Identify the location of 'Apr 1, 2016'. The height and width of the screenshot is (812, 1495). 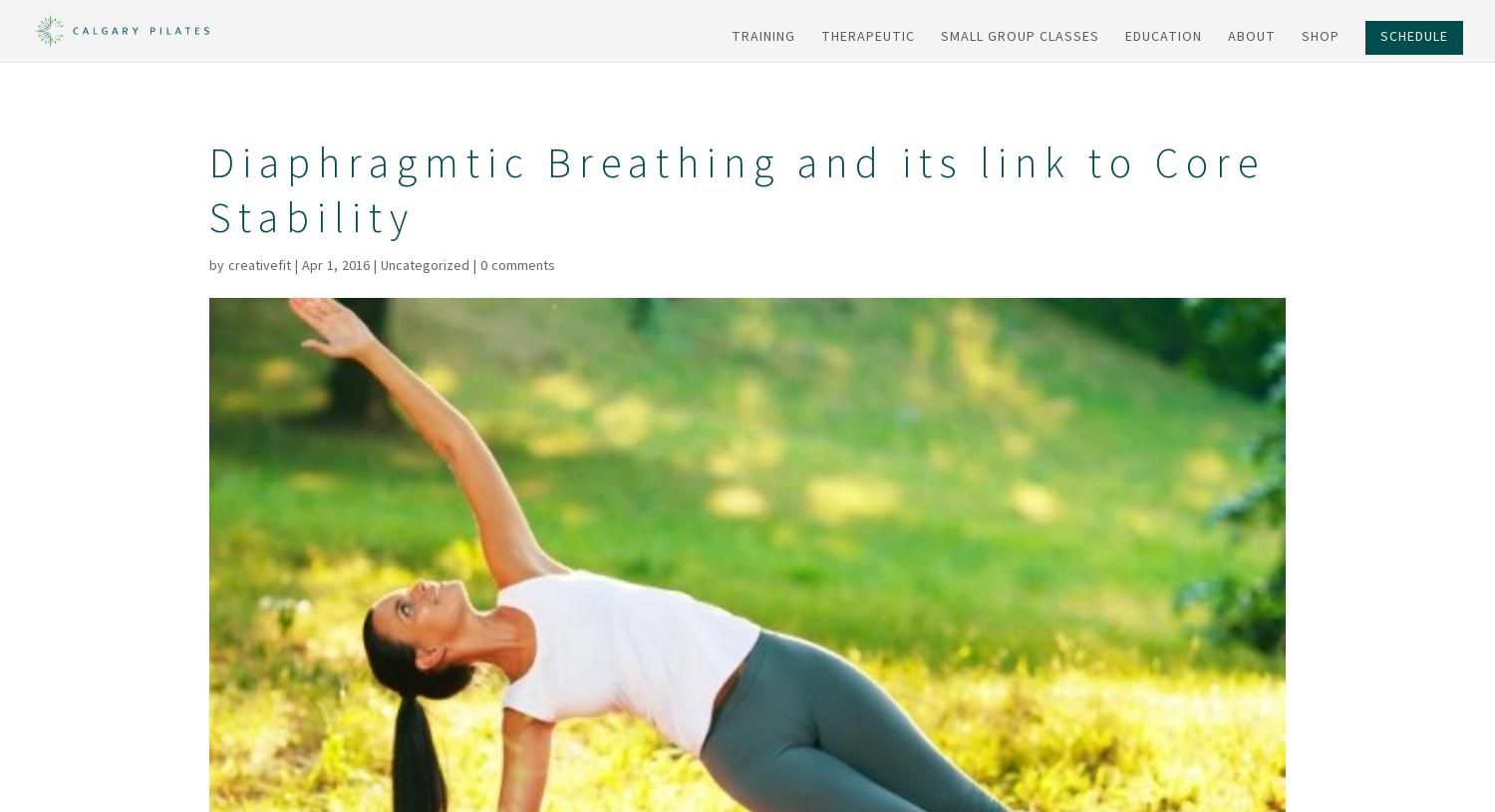
(335, 265).